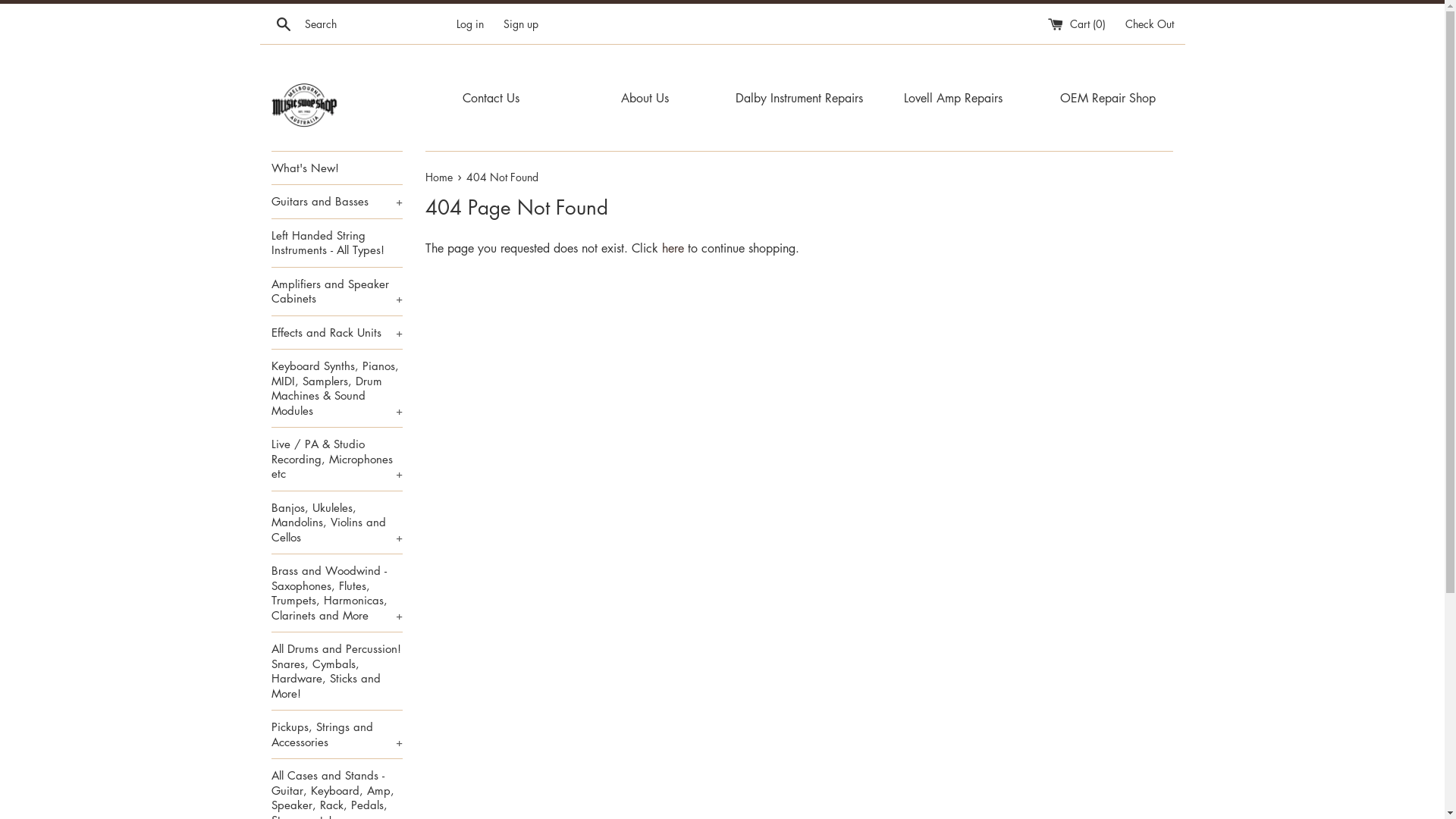  What do you see at coordinates (271, 201) in the screenshot?
I see `'Guitars and Basses` at bounding box center [271, 201].